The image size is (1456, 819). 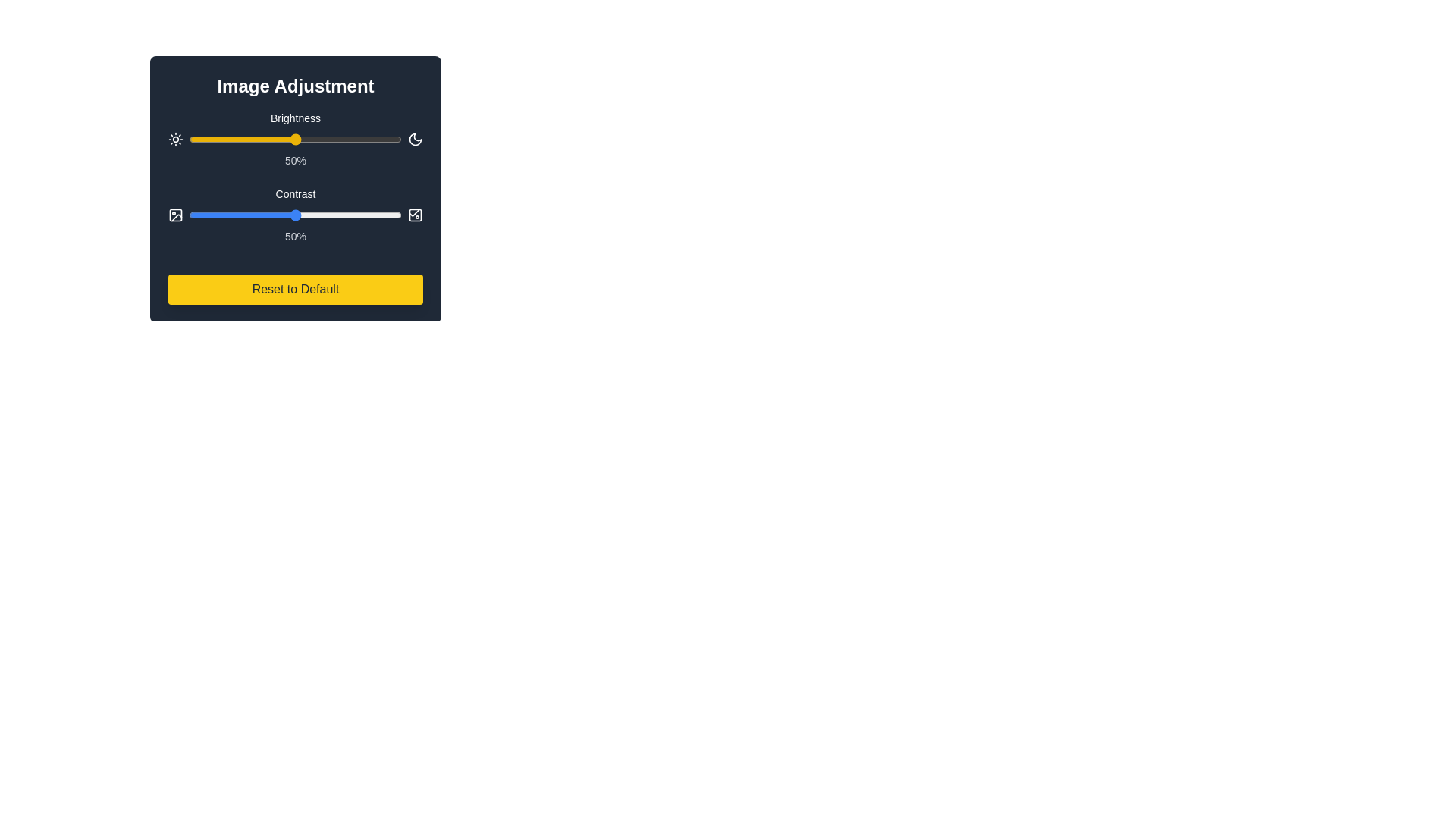 I want to click on brightness, so click(x=382, y=140).